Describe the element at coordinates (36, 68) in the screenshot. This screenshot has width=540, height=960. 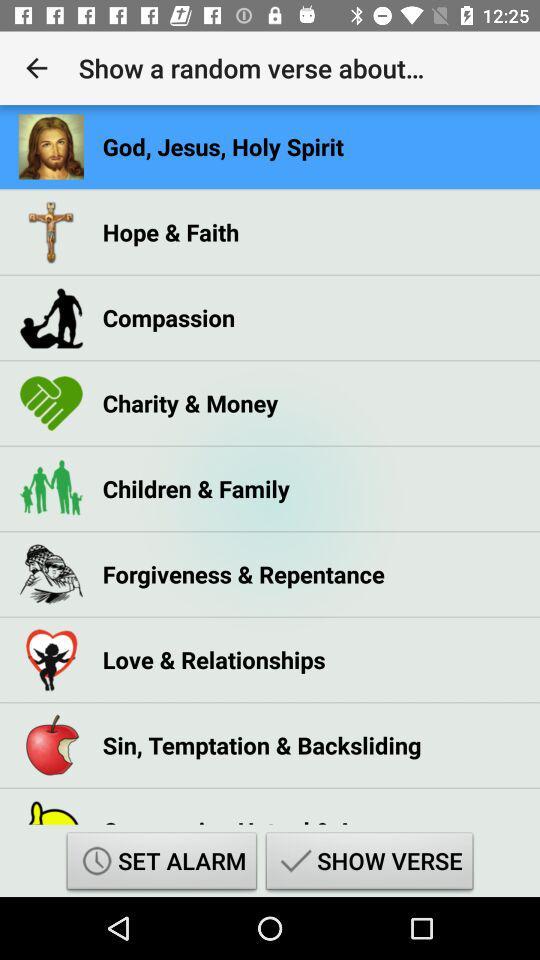
I see `the app to the left of show a random icon` at that location.